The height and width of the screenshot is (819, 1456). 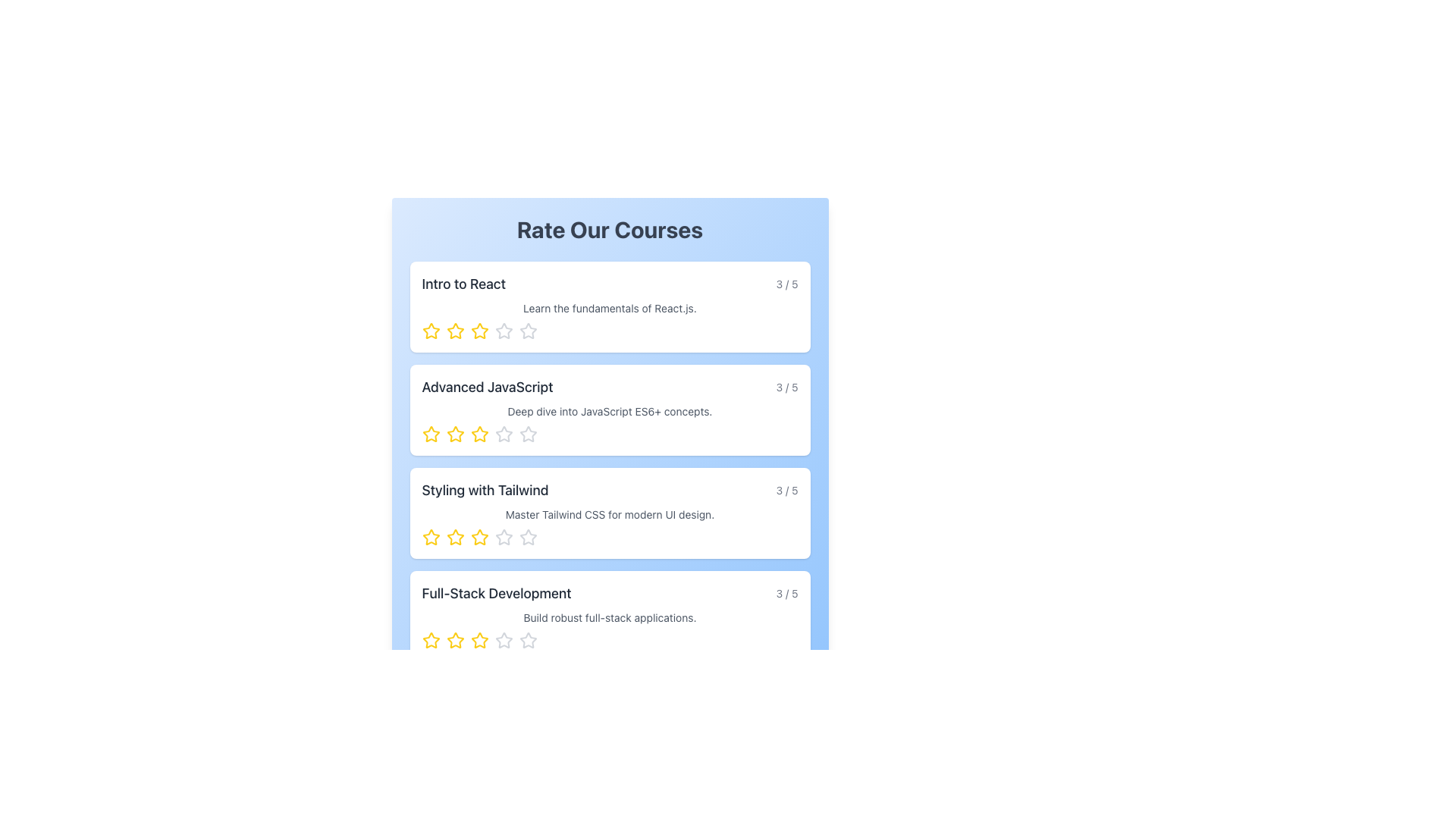 I want to click on the fourth star in the rating system for the 'Intro to React' course to rate it, so click(x=528, y=330).